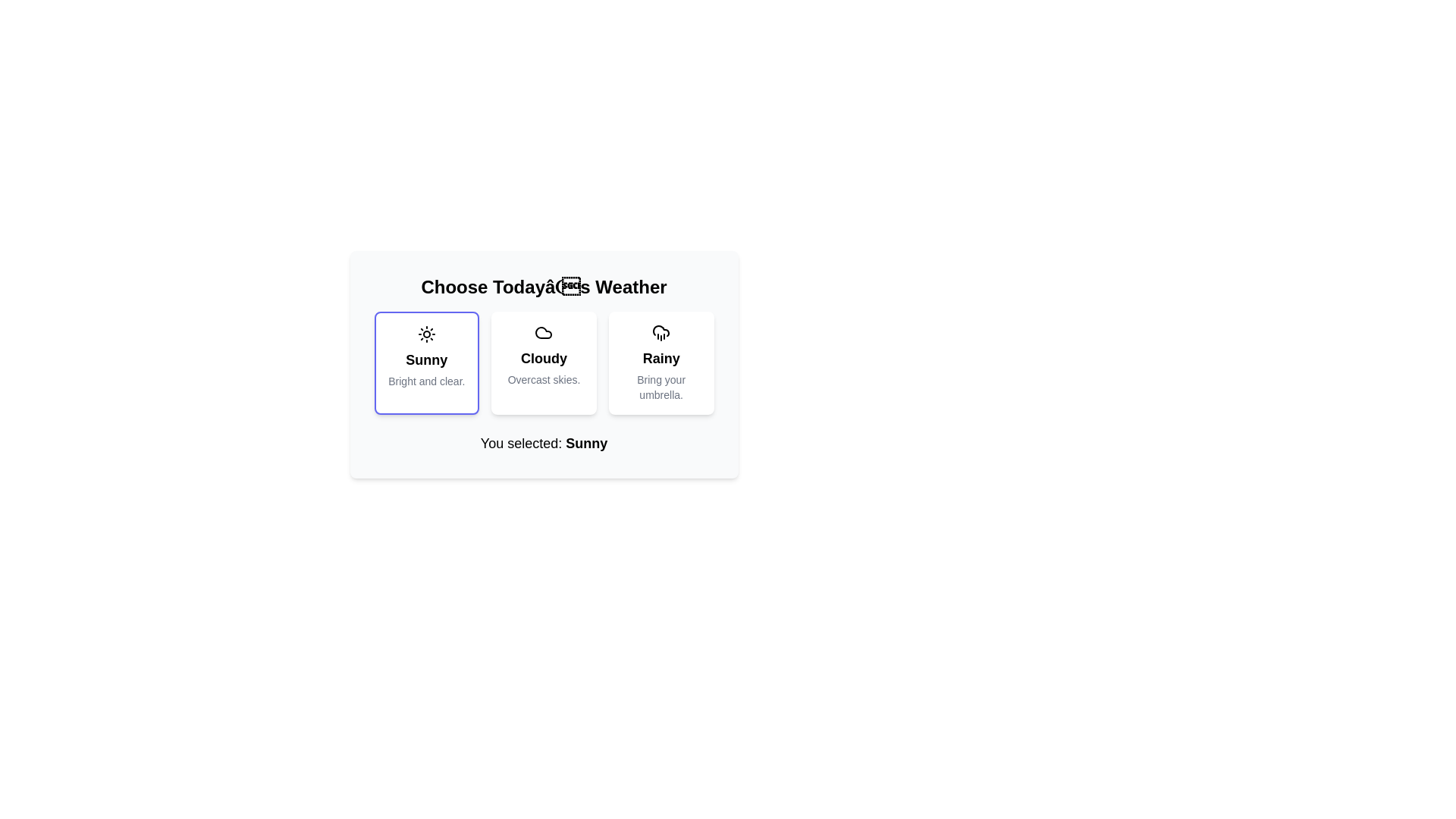 The width and height of the screenshot is (1456, 819). I want to click on the 'Cloudy' weather selectable card located in the center of the grid layout under 'Choose Today’s Weather', so click(544, 362).